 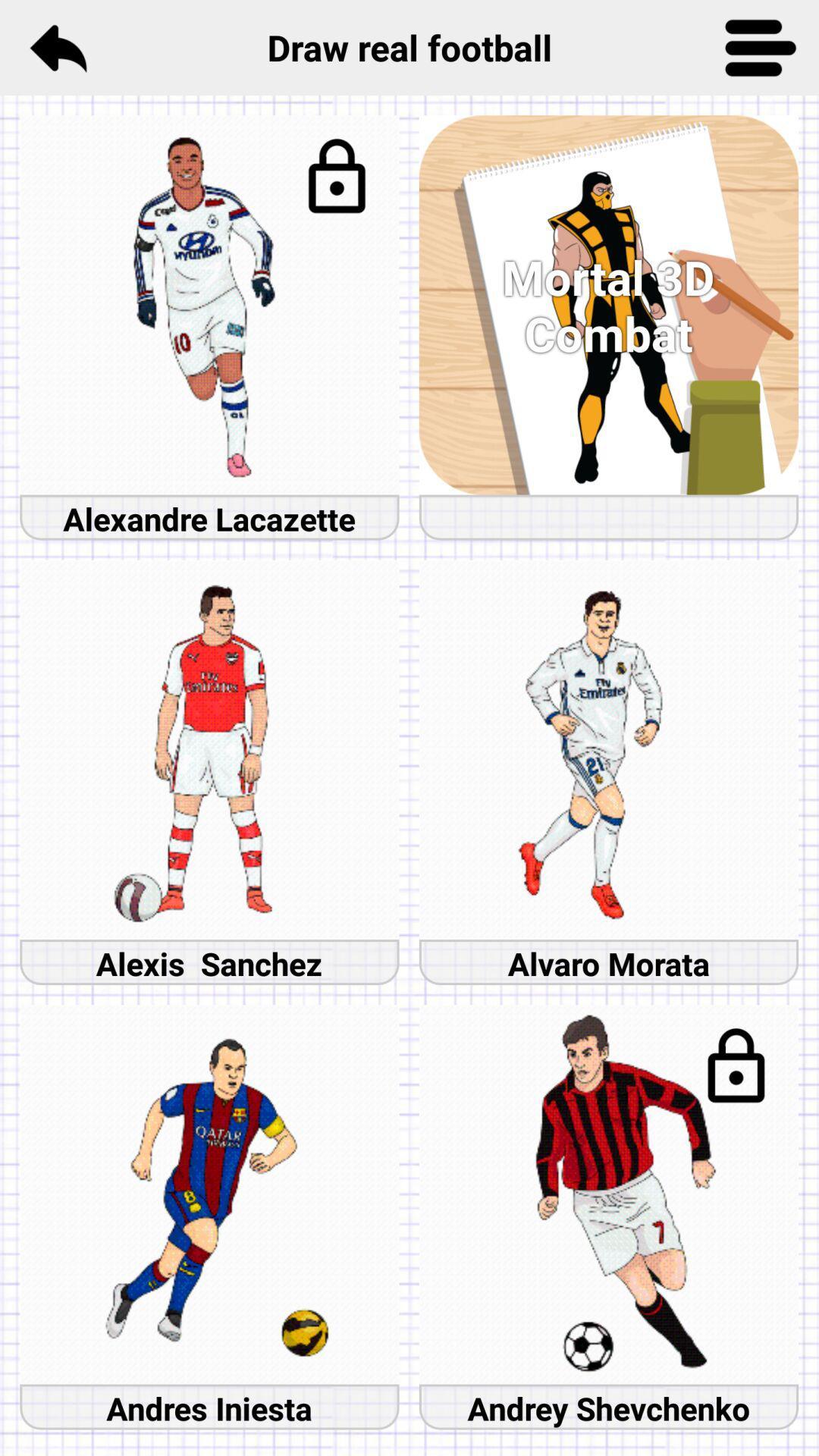 What do you see at coordinates (57, 47) in the screenshot?
I see `icon to the left of draw real football` at bounding box center [57, 47].